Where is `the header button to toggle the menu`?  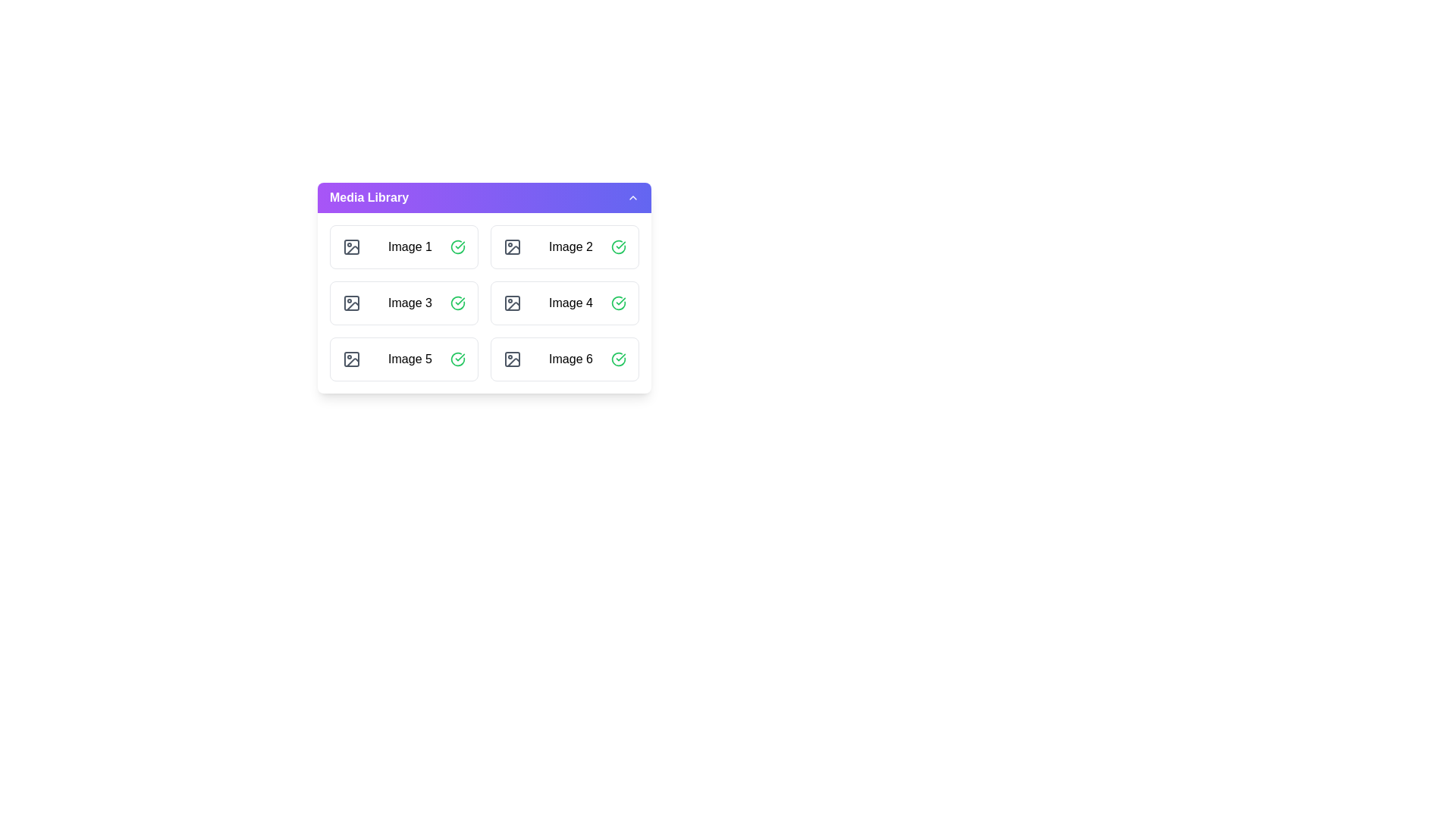
the header button to toggle the menu is located at coordinates (483, 197).